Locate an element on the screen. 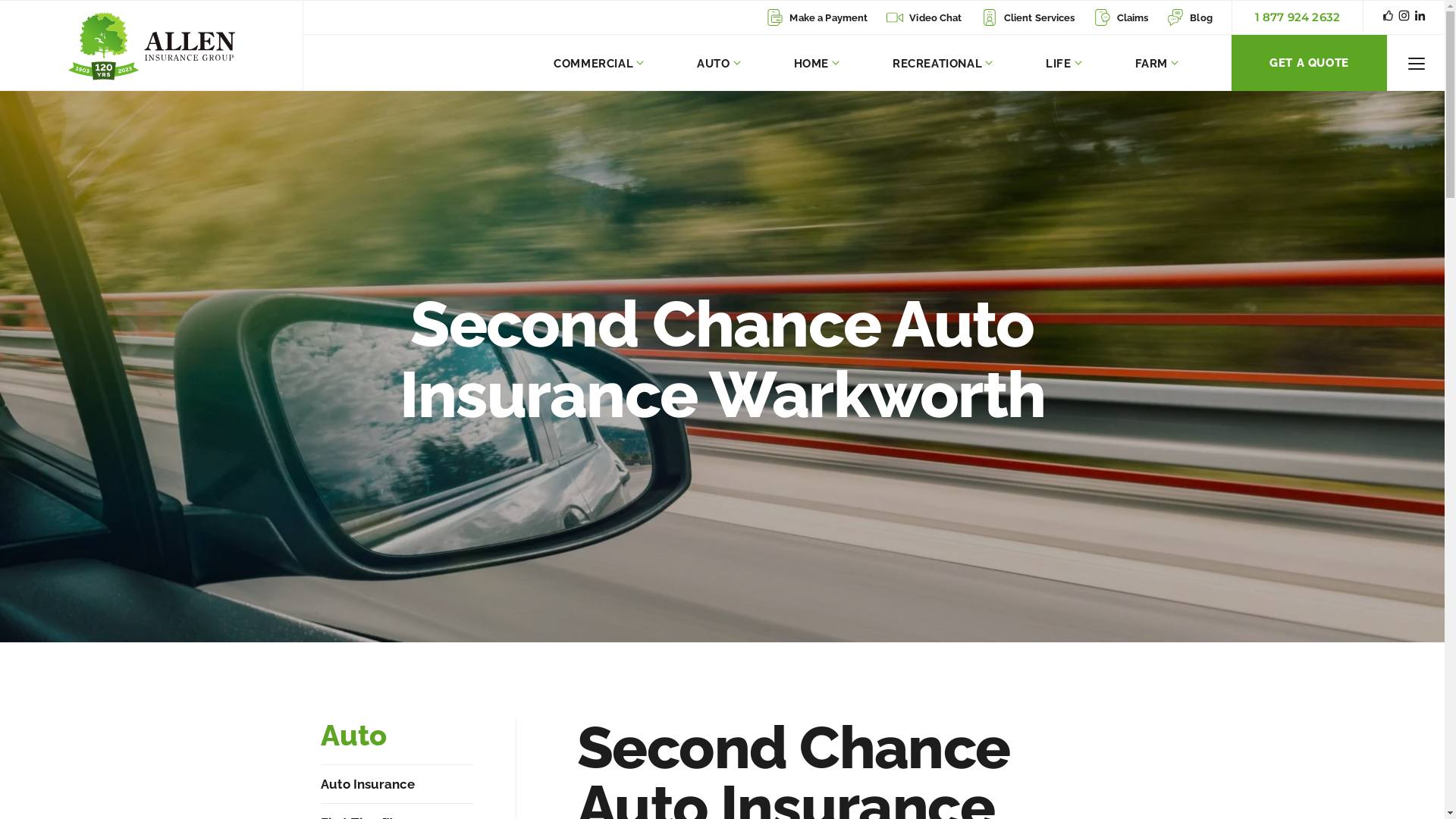  'HOME' is located at coordinates (815, 62).